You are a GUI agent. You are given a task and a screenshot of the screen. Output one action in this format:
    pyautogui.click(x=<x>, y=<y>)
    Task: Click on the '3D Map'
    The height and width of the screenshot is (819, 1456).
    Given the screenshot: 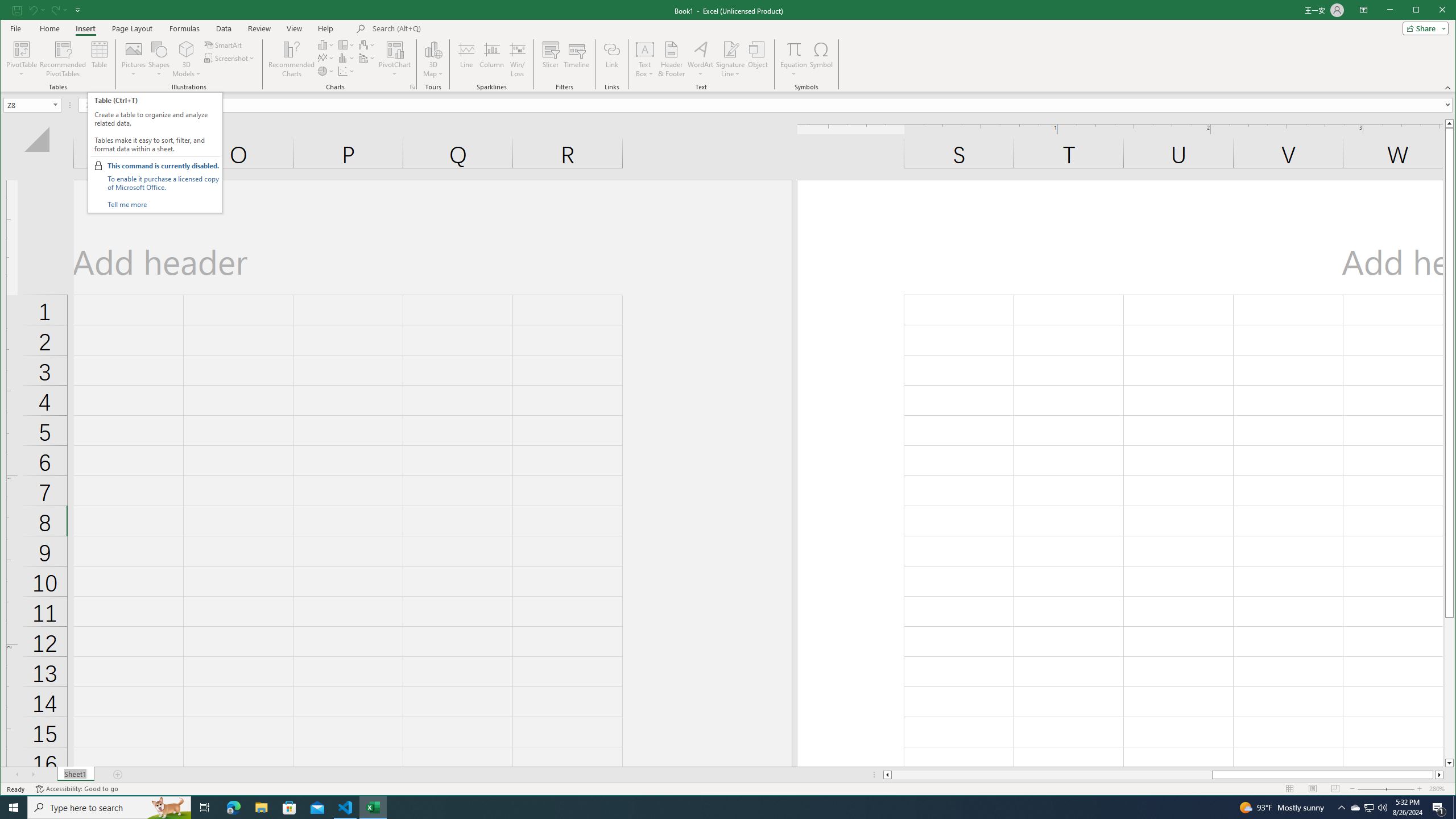 What is the action you would take?
    pyautogui.click(x=433, y=59)
    